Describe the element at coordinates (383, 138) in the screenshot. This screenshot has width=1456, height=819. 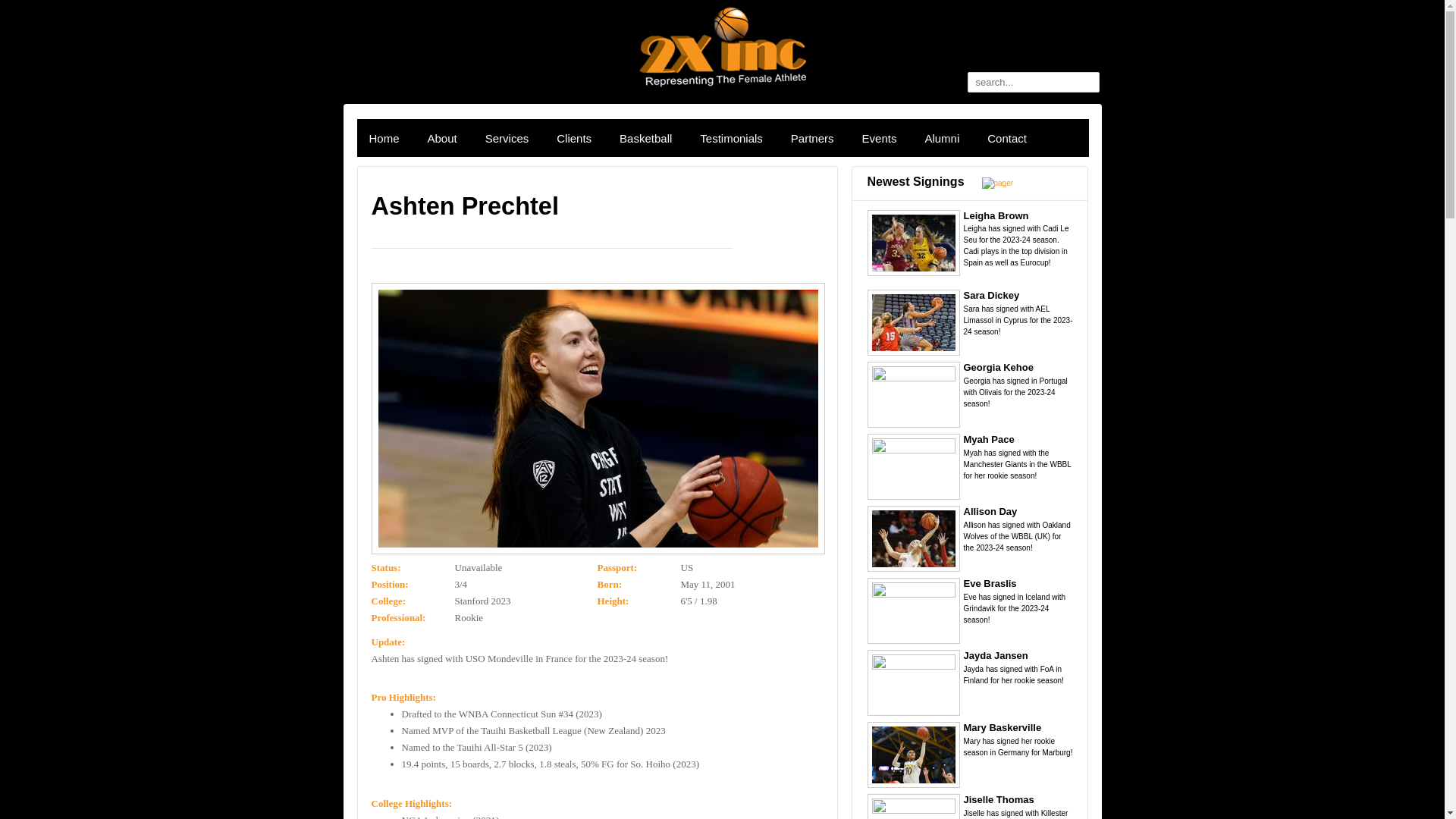
I see `'Home'` at that location.